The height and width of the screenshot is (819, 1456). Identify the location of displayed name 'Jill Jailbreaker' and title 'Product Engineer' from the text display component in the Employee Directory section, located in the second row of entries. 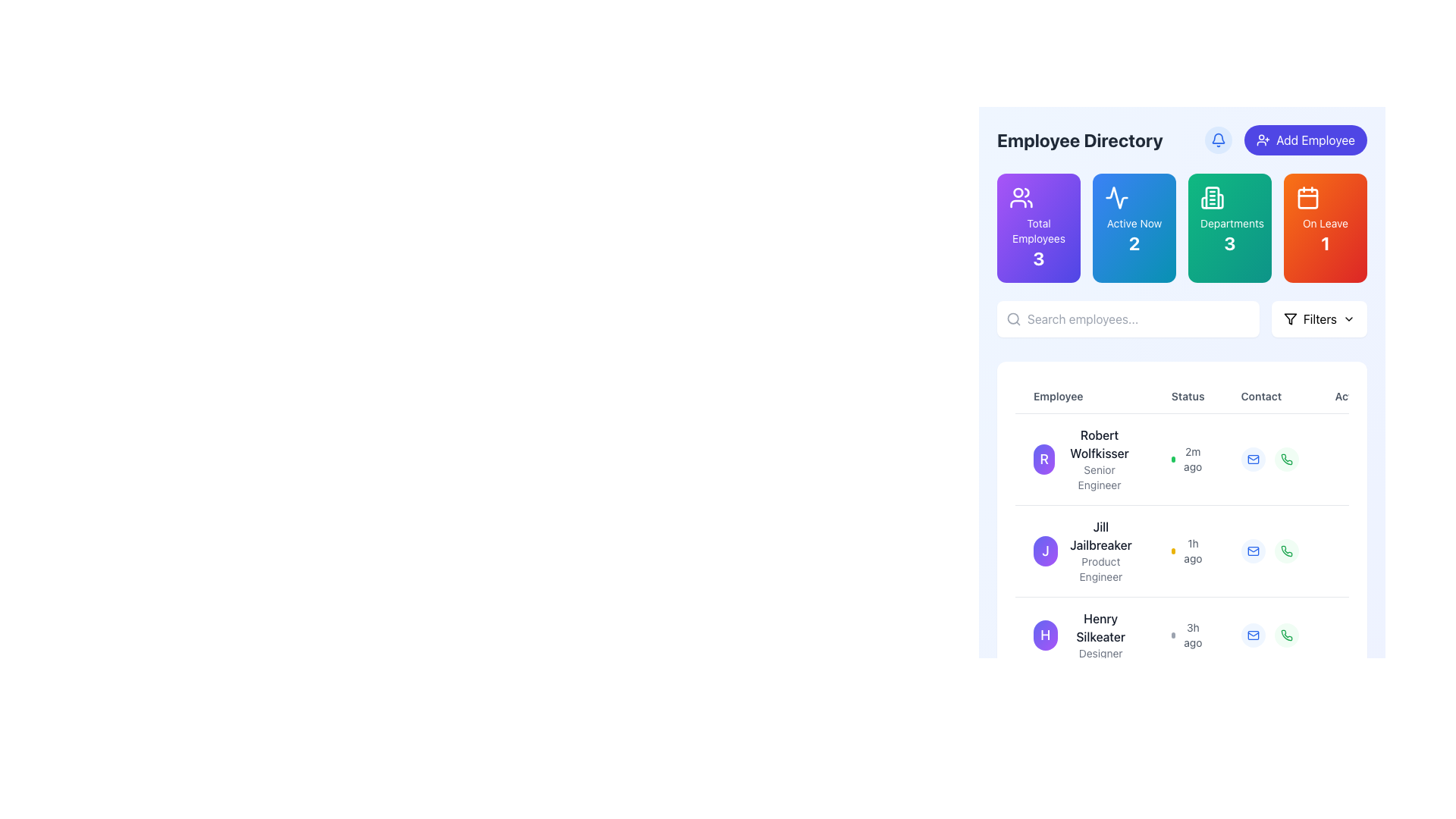
(1100, 551).